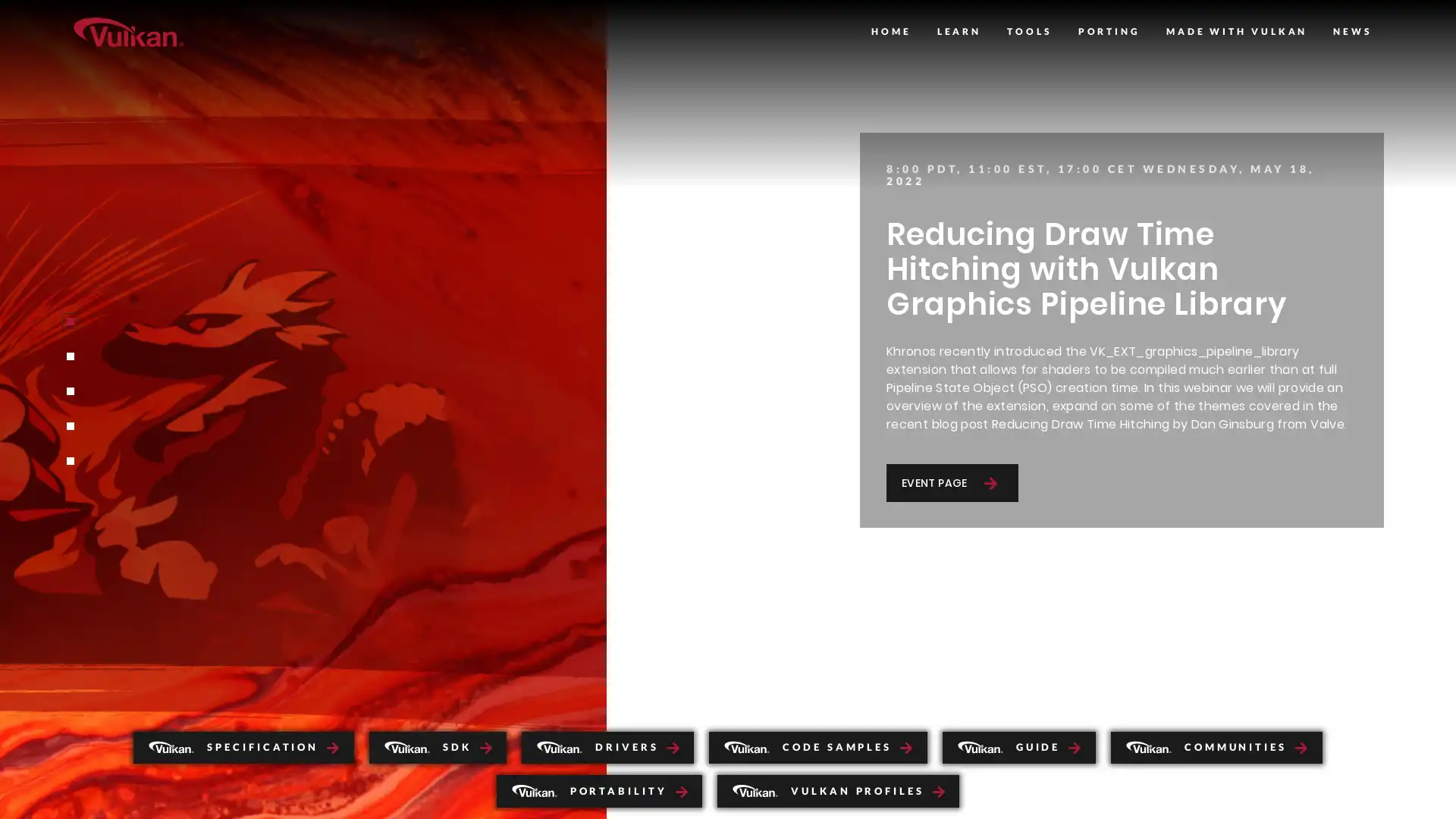 The image size is (1456, 819). I want to click on 2, so click(68, 356).